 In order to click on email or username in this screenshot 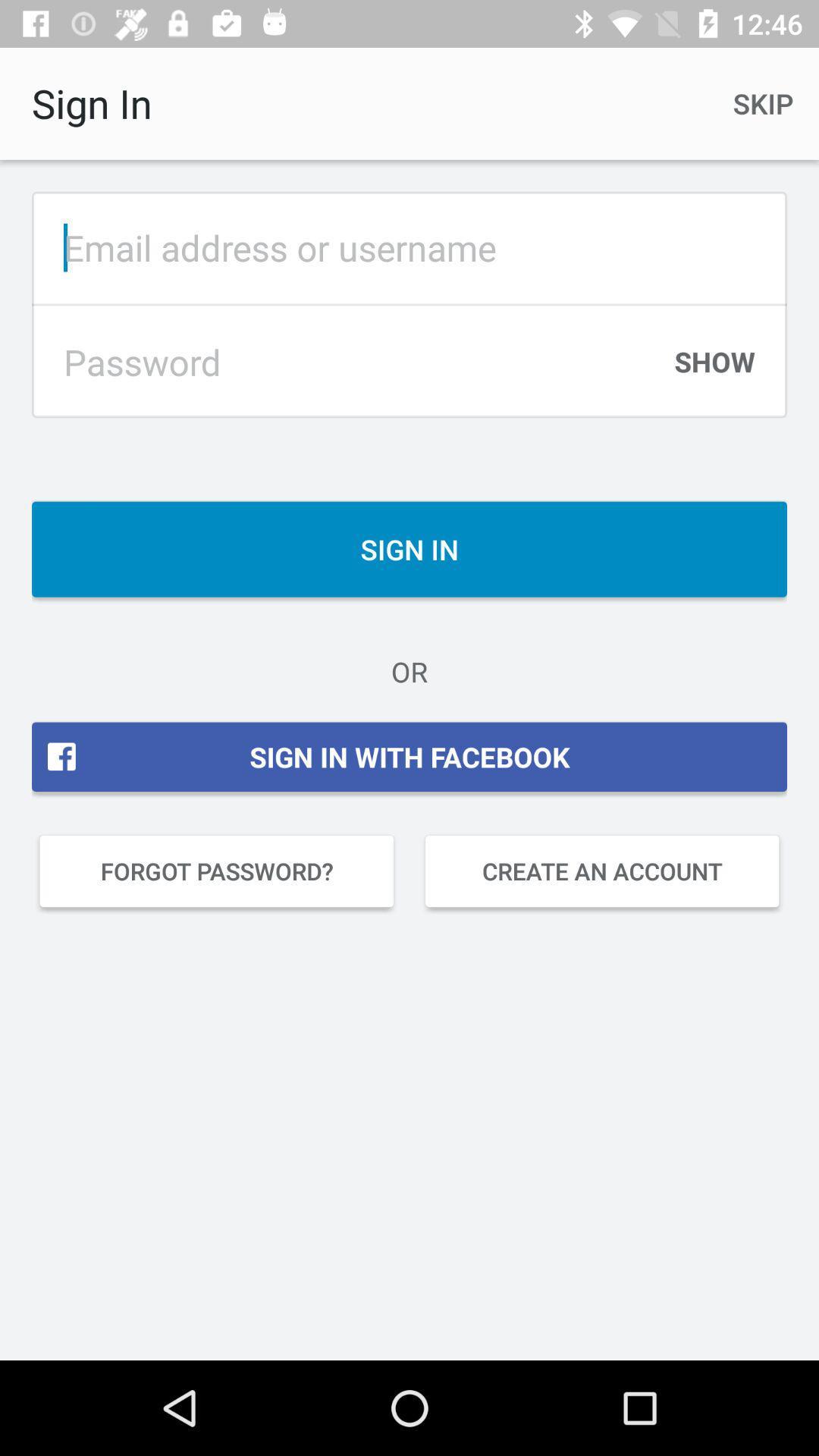, I will do `click(409, 247)`.